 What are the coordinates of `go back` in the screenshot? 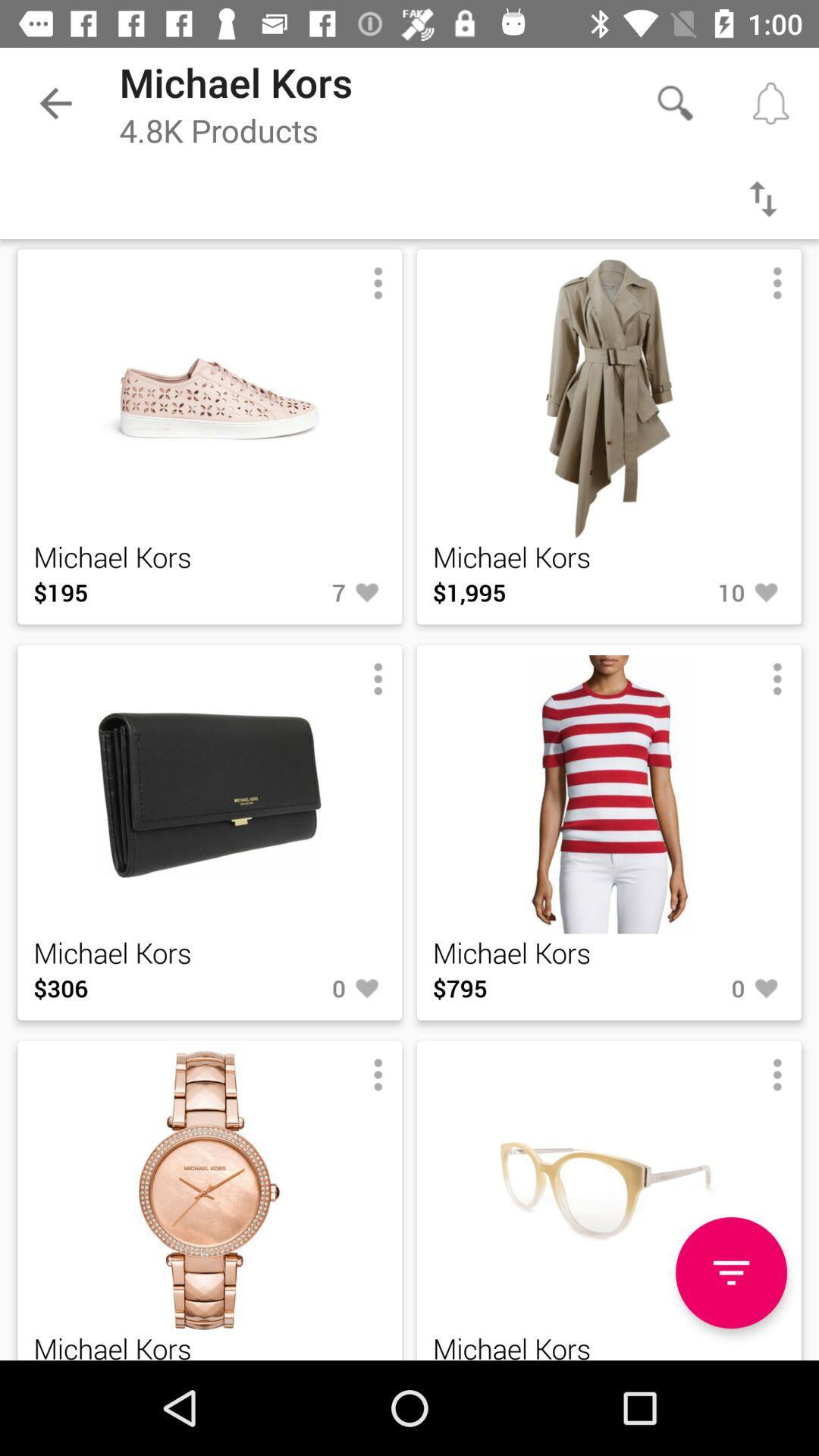 It's located at (763, 198).